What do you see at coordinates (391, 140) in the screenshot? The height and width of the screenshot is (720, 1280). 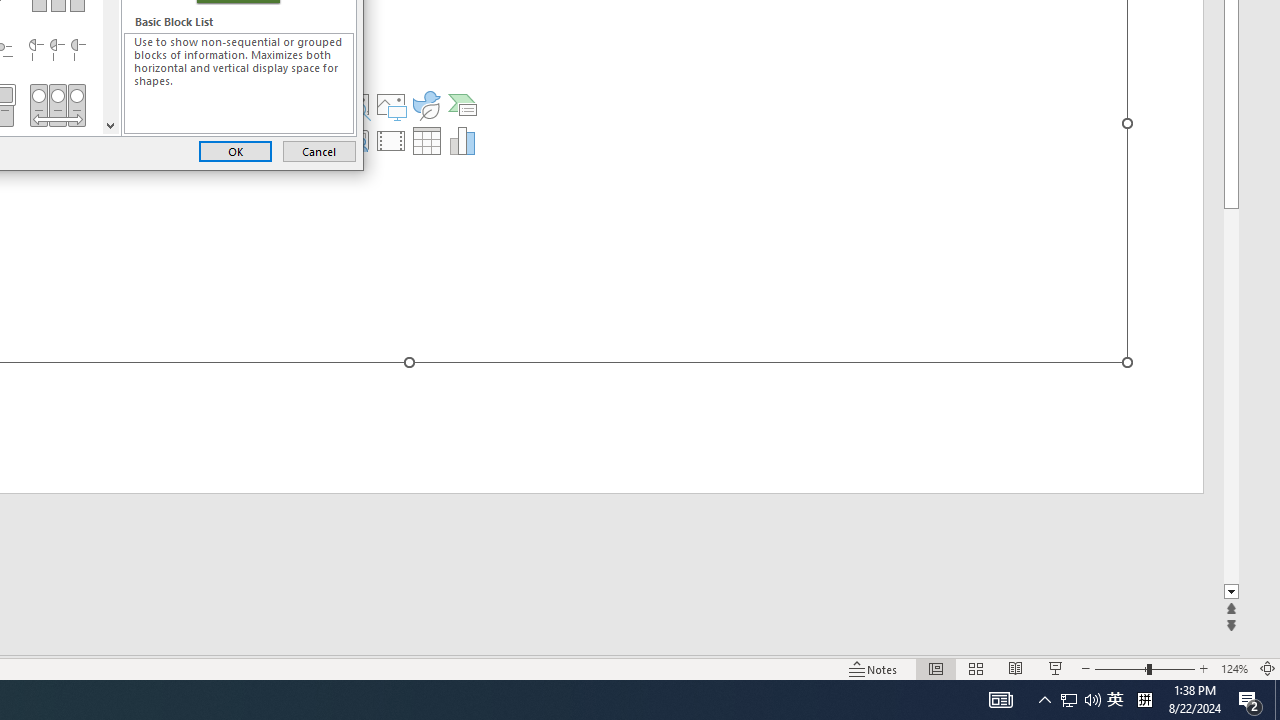 I see `'Insert Video'` at bounding box center [391, 140].